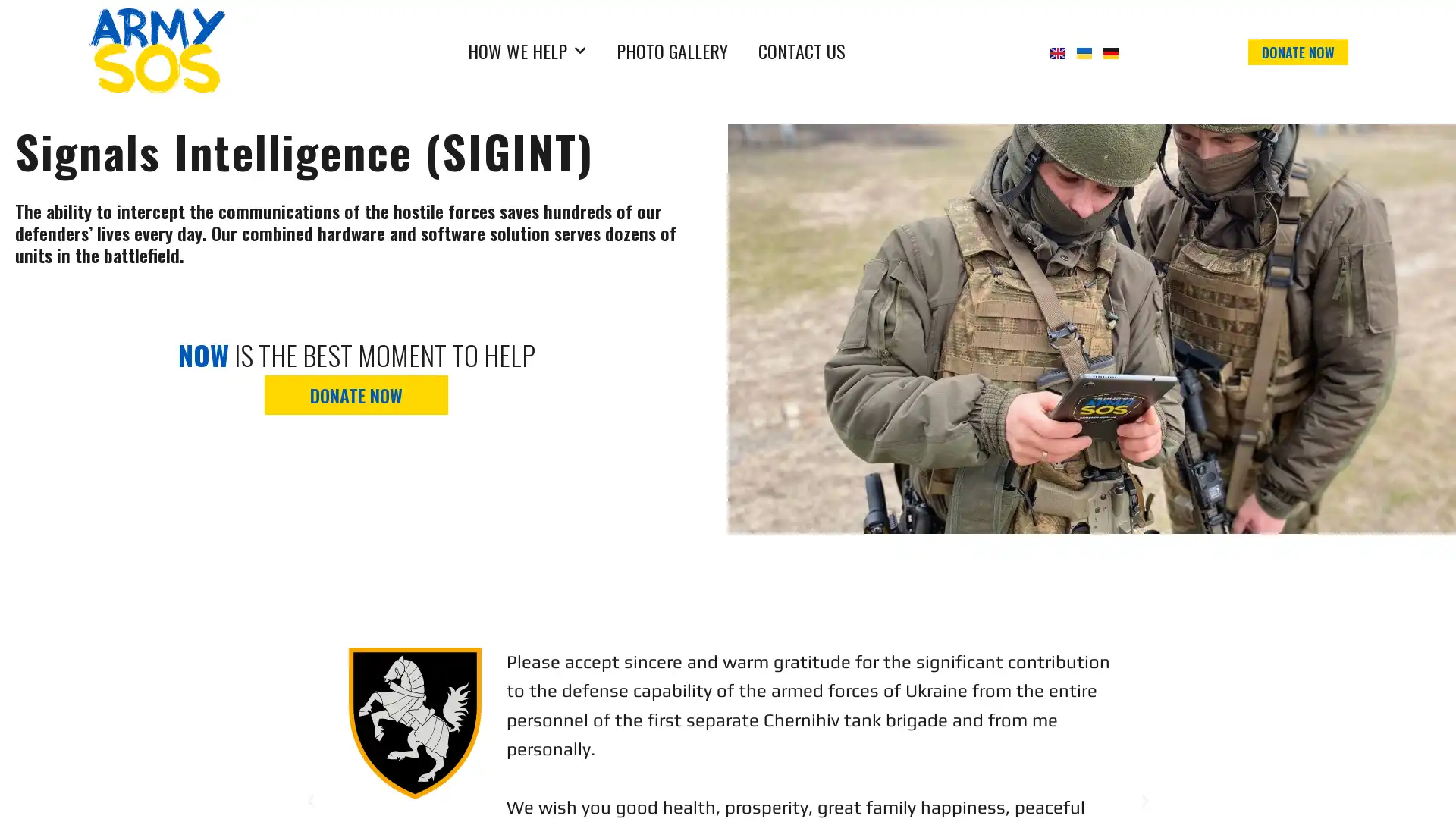 The height and width of the screenshot is (819, 1456). What do you see at coordinates (1145, 800) in the screenshot?
I see `Next slide` at bounding box center [1145, 800].